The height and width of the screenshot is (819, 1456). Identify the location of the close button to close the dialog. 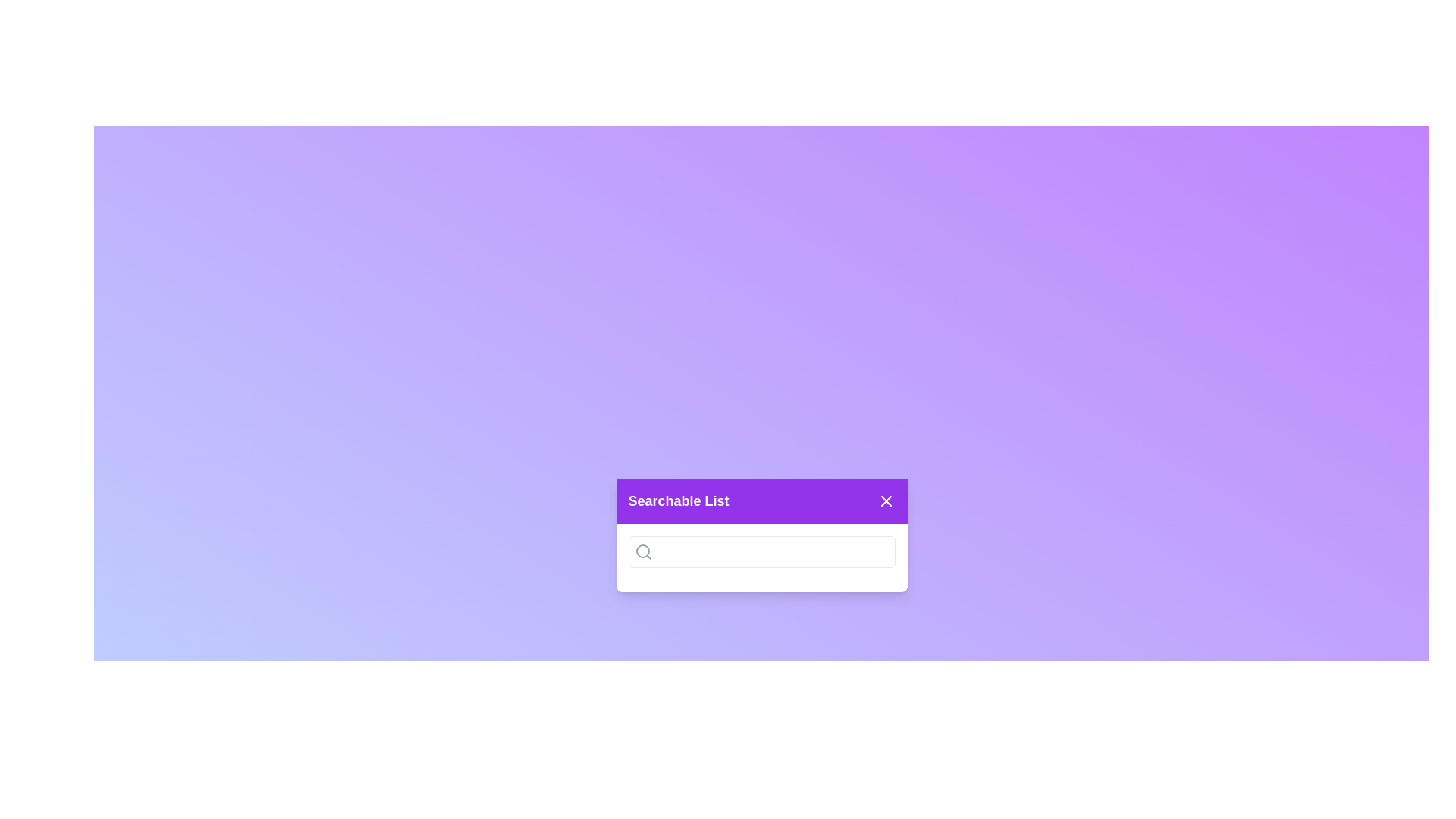
(886, 500).